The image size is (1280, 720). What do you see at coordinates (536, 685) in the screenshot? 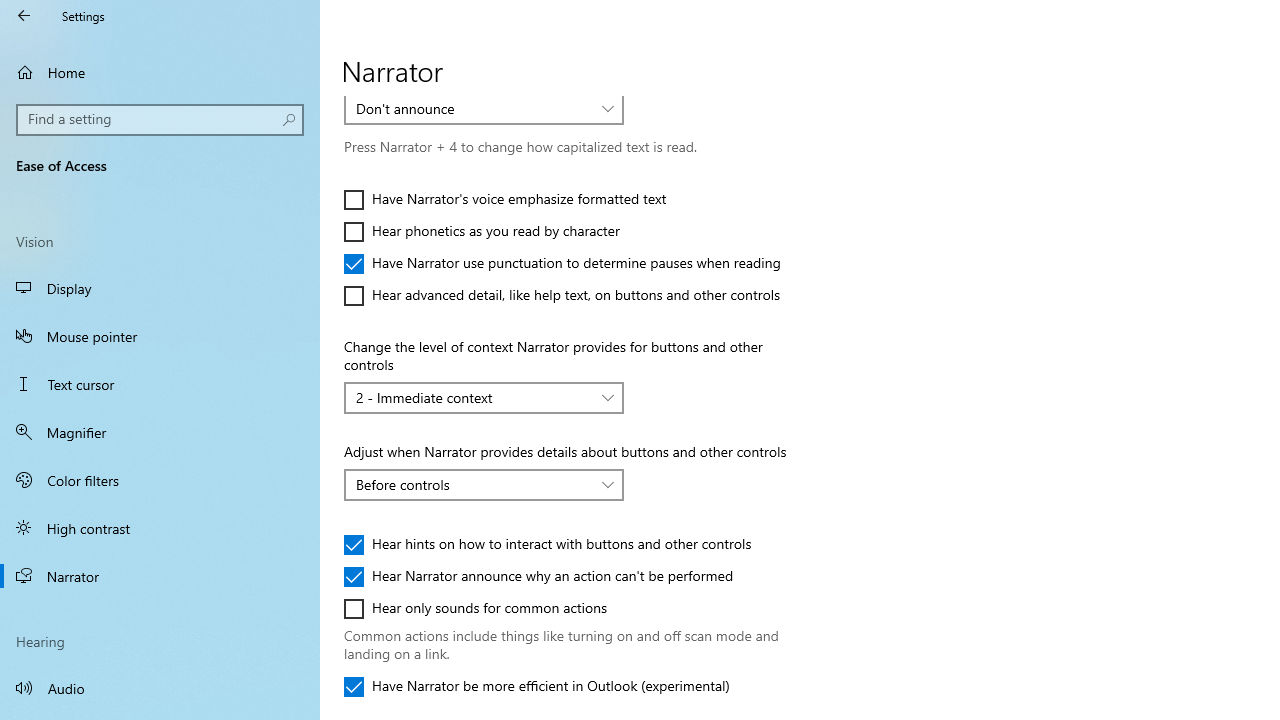
I see `'Have Narrator be more efficient in Outlook (experimental)'` at bounding box center [536, 685].